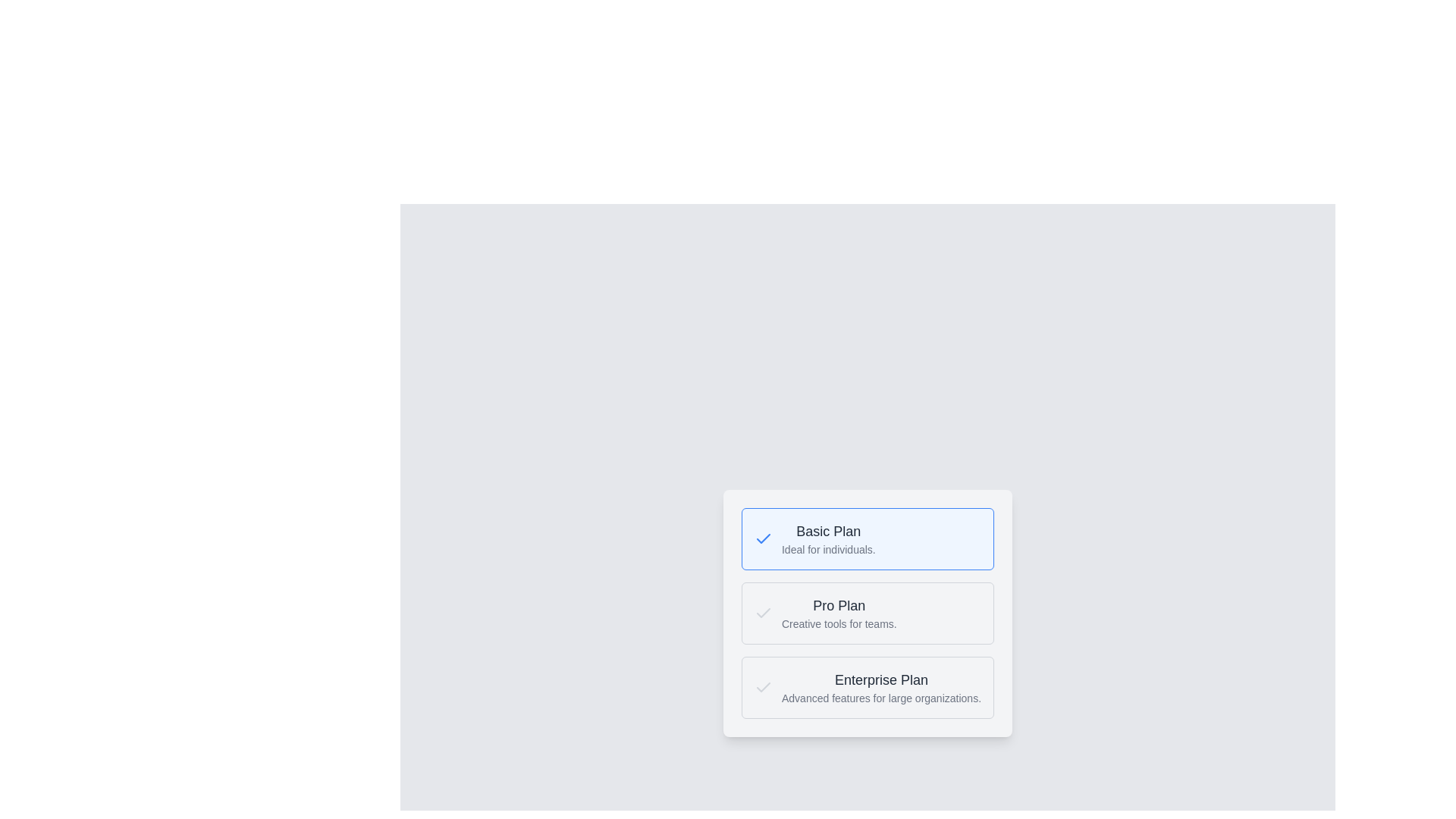  Describe the element at coordinates (868, 613) in the screenshot. I see `the 'Pro Plan' selectable card` at that location.